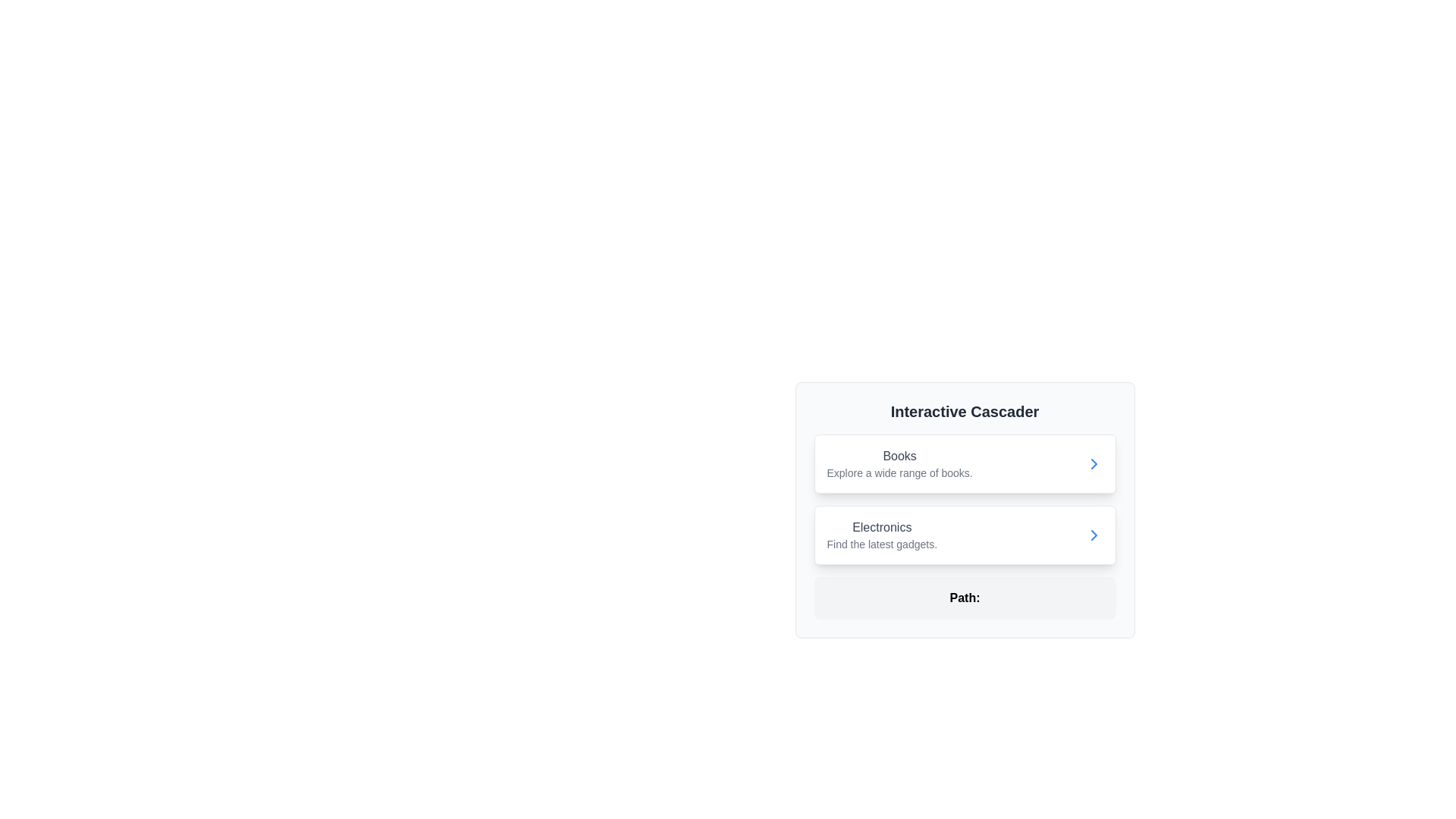 This screenshot has height=819, width=1456. I want to click on the second item in the vertical list, which is a clickable card for electronics and gadgets, so click(964, 534).